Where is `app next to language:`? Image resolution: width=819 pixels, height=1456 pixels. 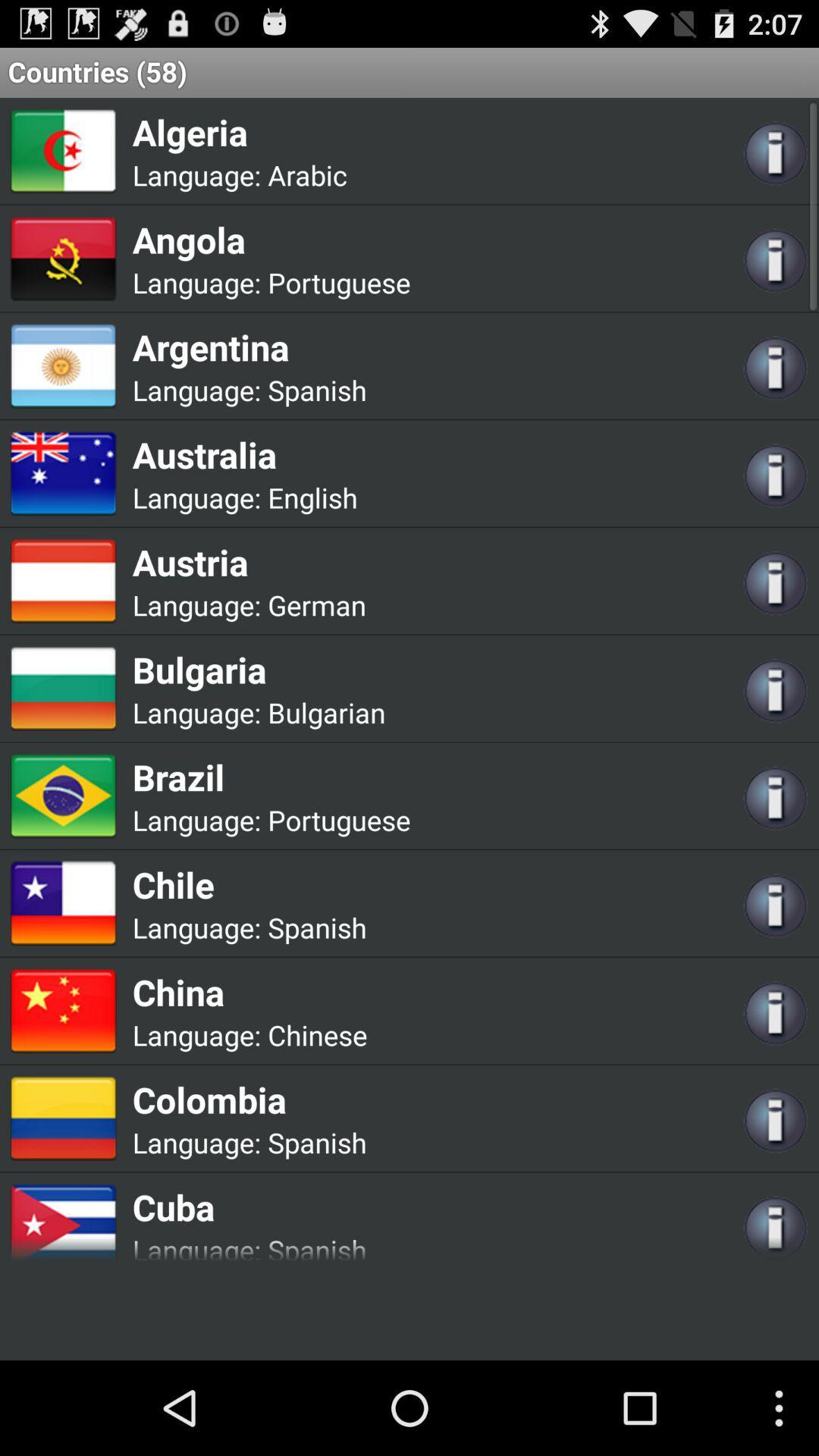 app next to language: is located at coordinates (312, 497).